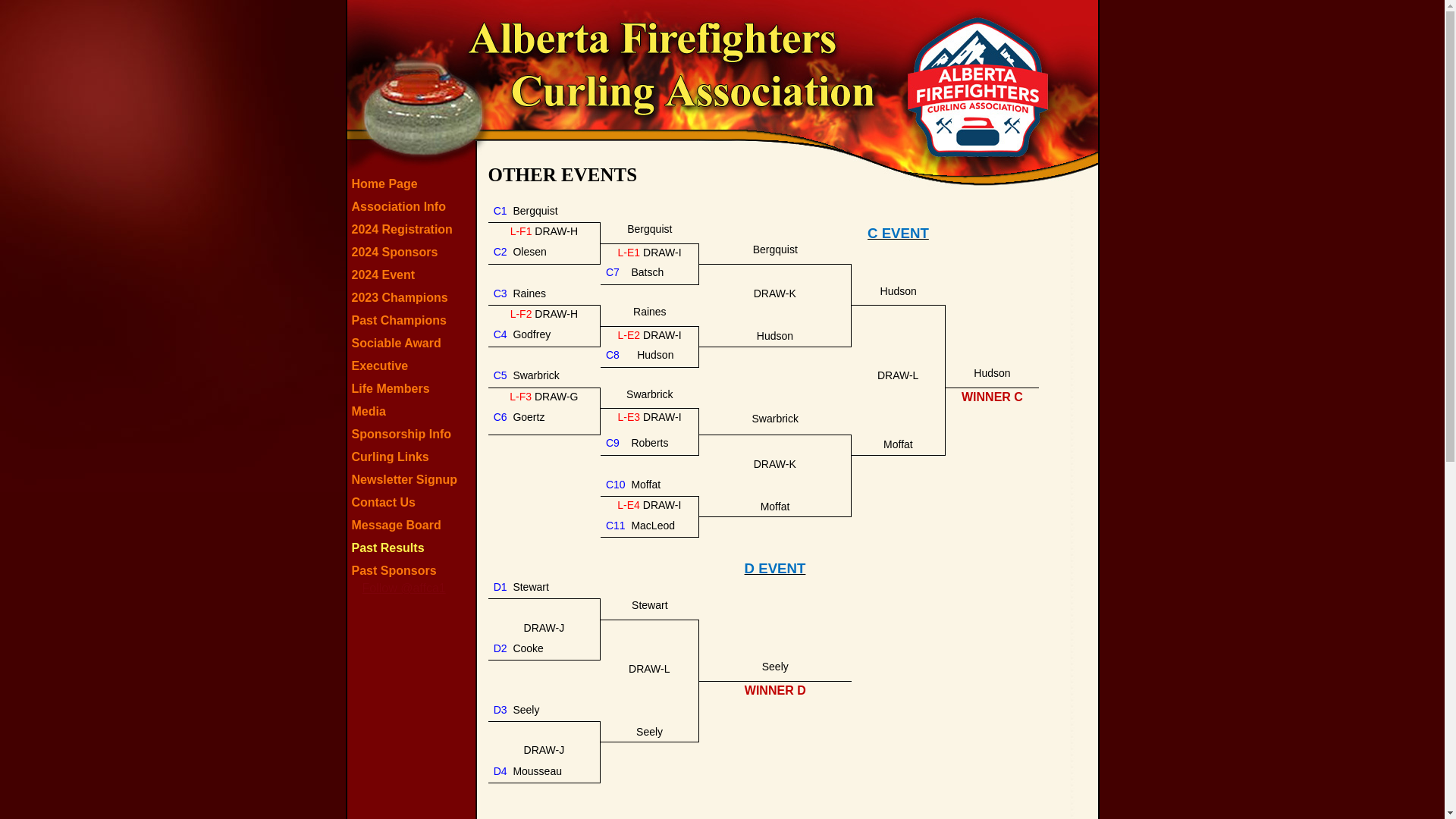 The width and height of the screenshot is (1456, 819). Describe the element at coordinates (346, 388) in the screenshot. I see `'Life Members'` at that location.